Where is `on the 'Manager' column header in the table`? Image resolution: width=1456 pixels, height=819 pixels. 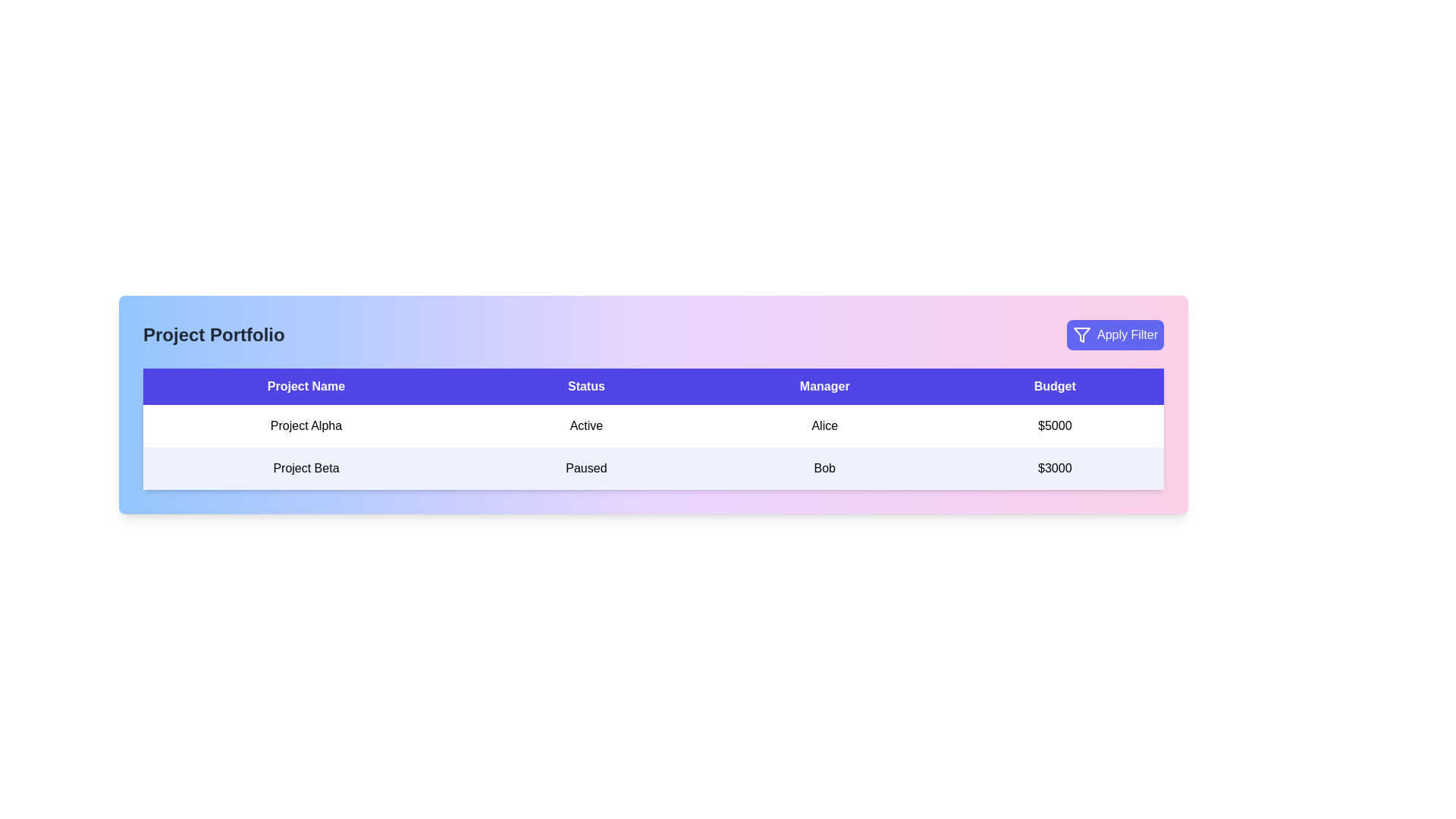 on the 'Manager' column header in the table is located at coordinates (824, 385).